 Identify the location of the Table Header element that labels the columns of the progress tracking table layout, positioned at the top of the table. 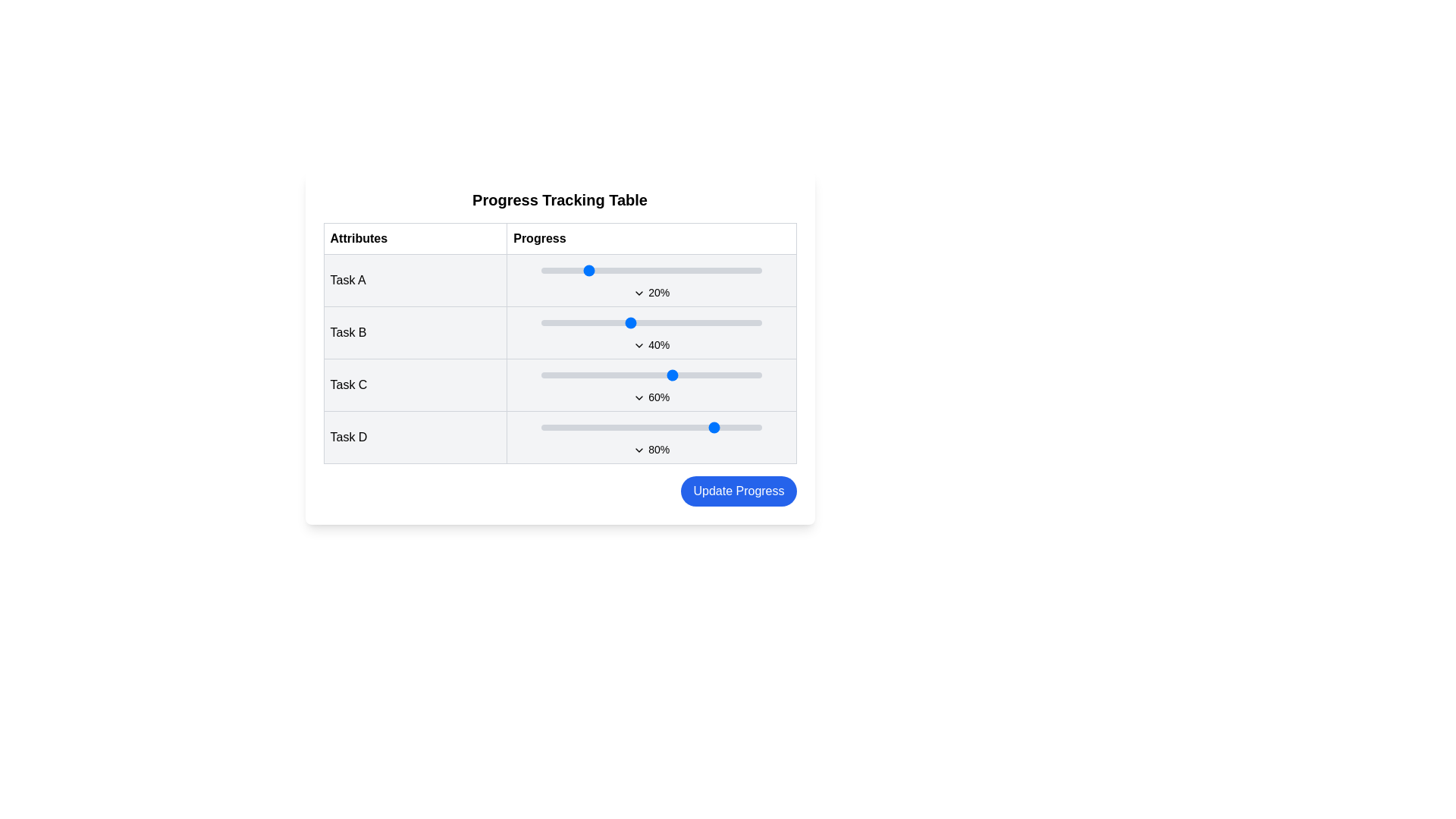
(559, 239).